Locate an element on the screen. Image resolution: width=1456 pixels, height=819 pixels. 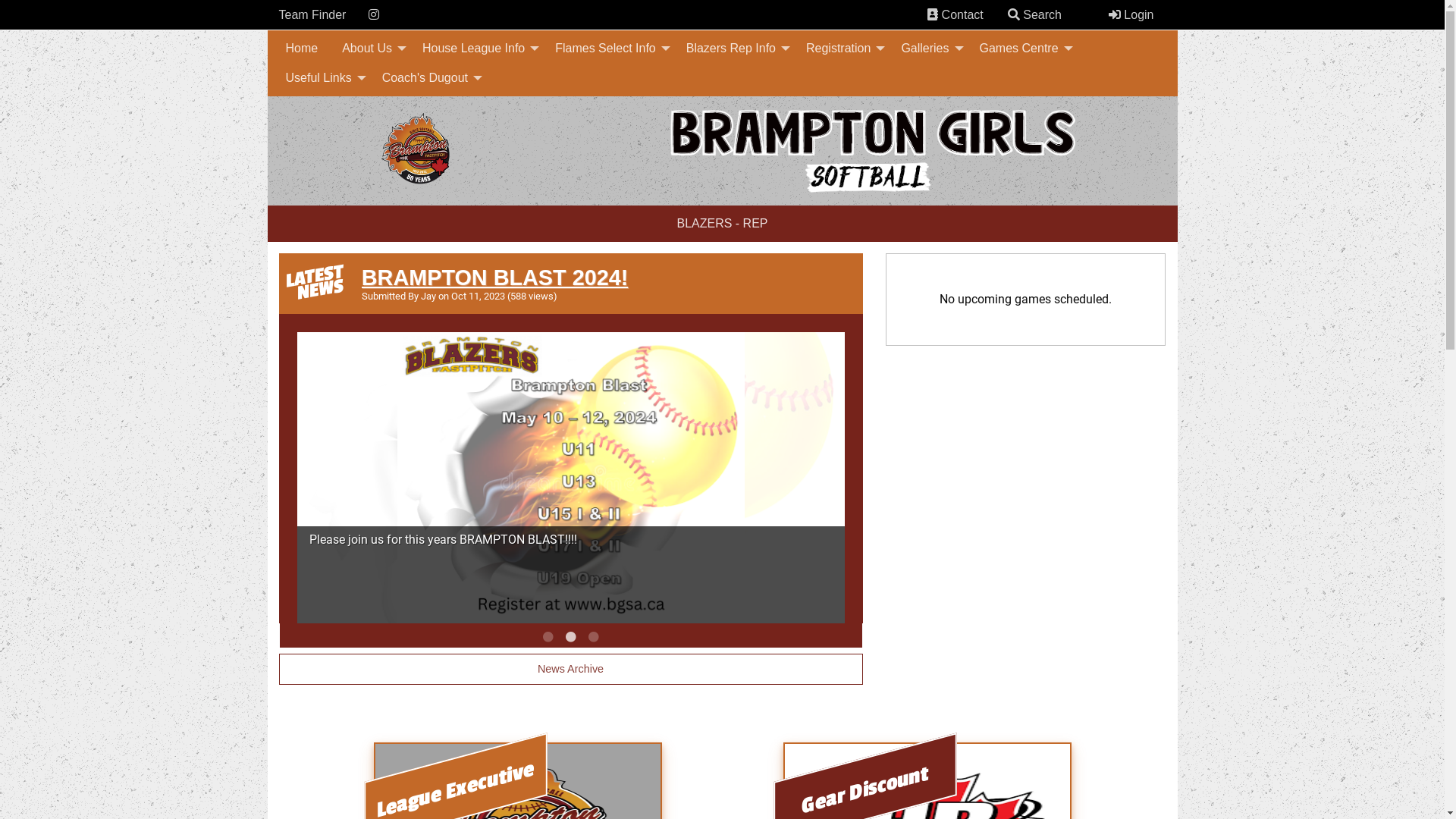
'Search' is located at coordinates (1014, 14).